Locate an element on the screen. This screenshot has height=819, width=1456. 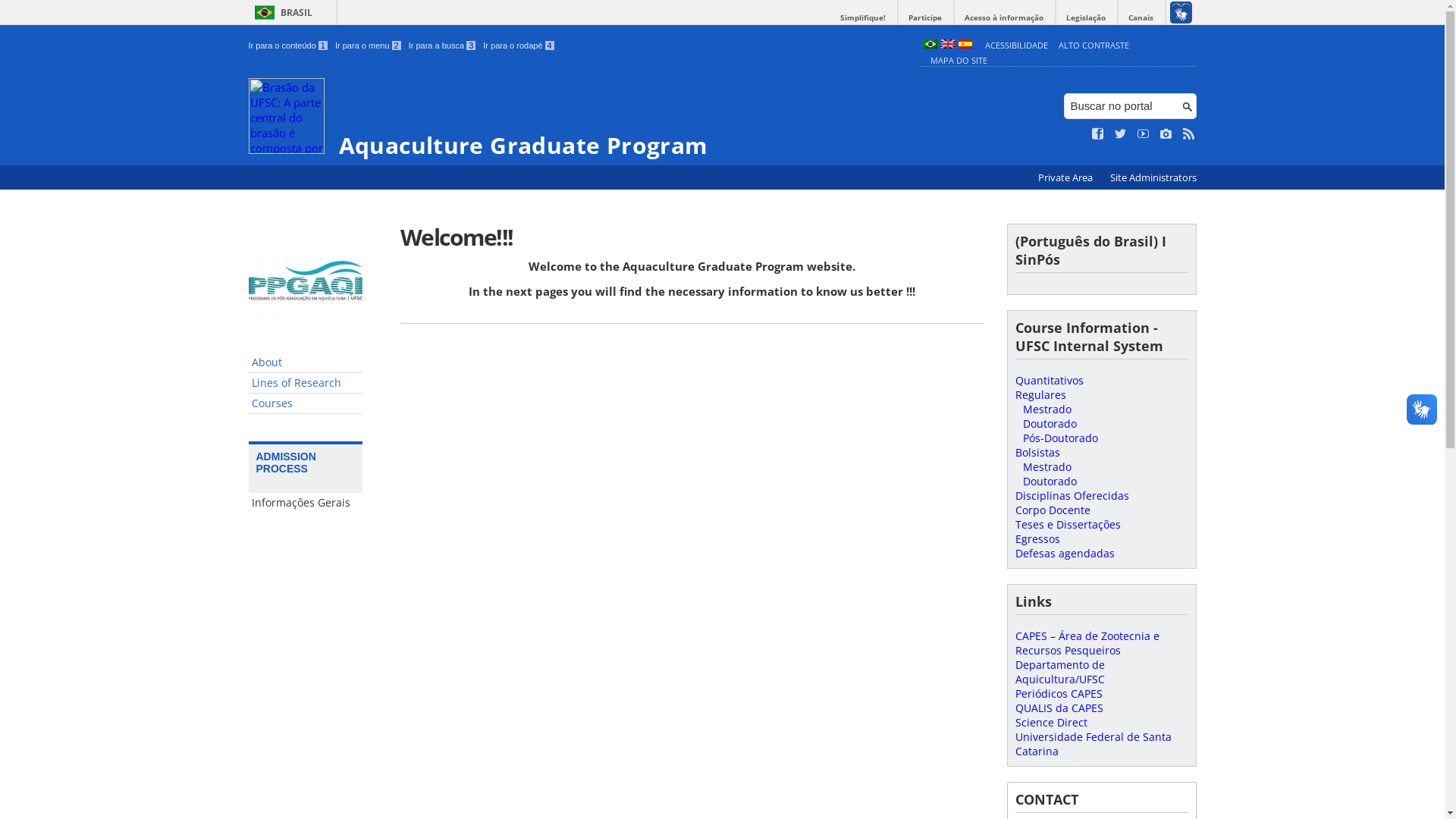
'Ir para a busca 3' is located at coordinates (441, 45).